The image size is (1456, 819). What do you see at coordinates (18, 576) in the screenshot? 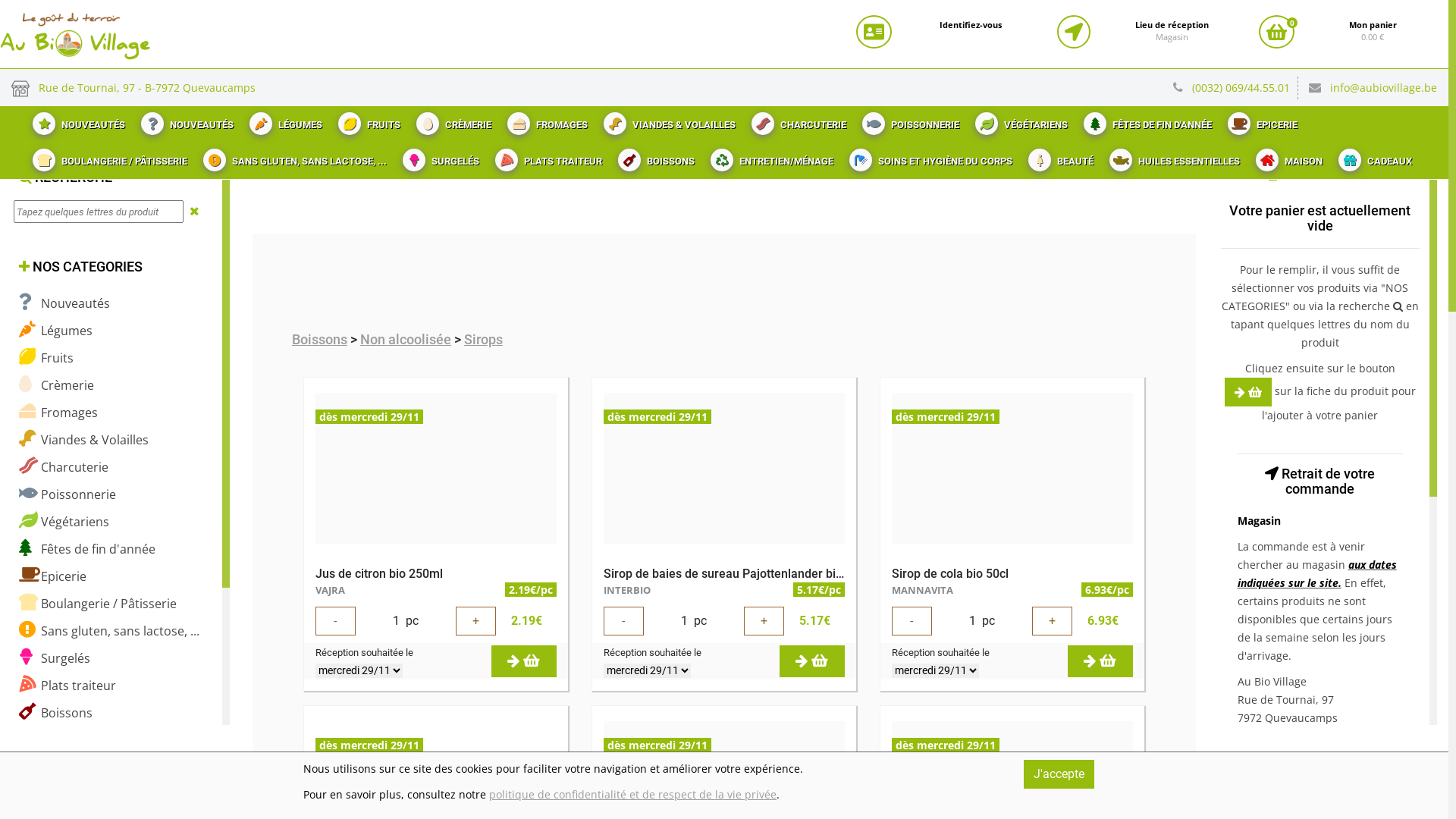
I see `'Epicerie'` at bounding box center [18, 576].